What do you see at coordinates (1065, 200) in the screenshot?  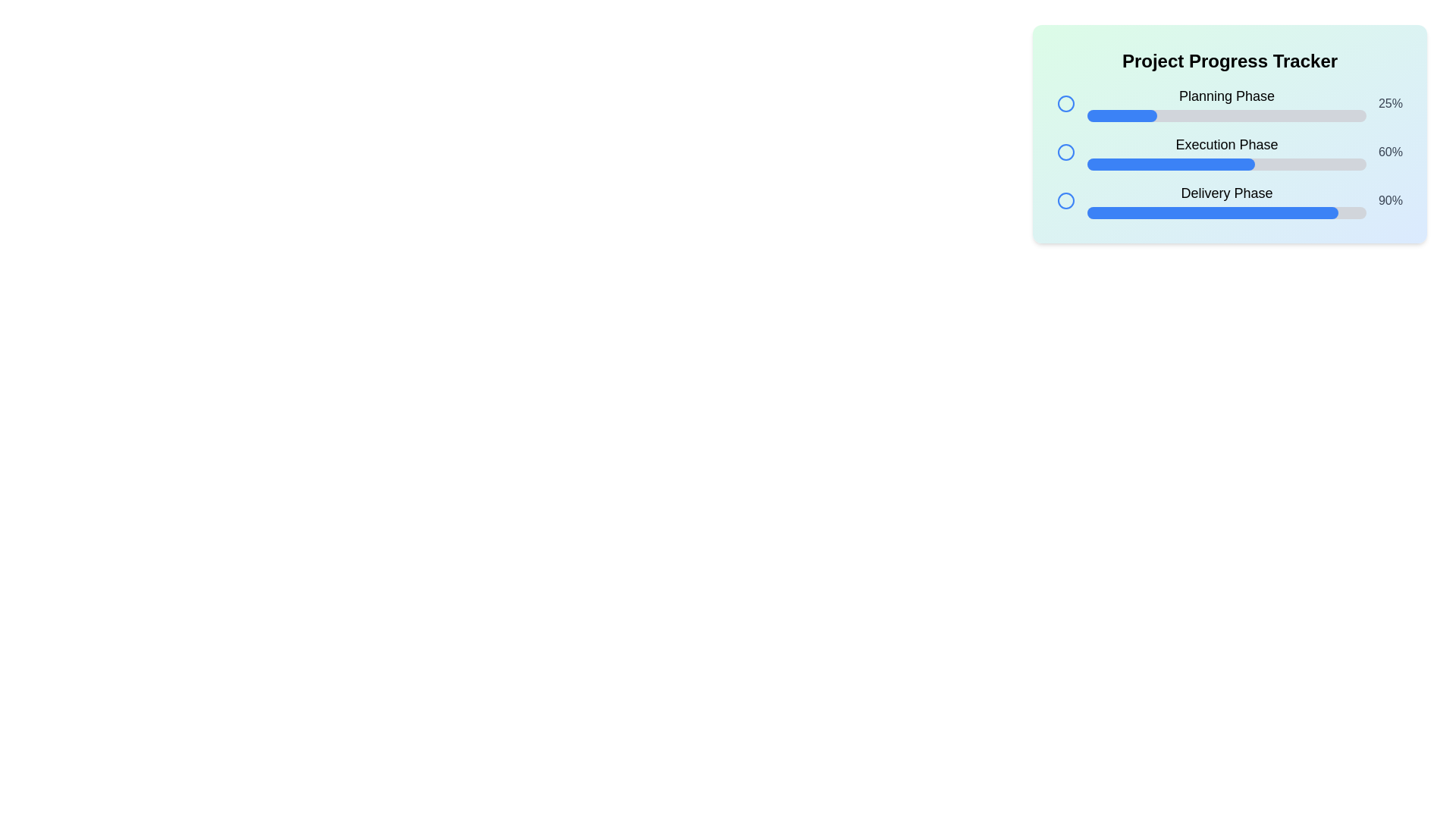 I see `the third circular graphical icon with a blue outline in the 'Project Progress Tracker', which represents the 'Delivery Phase'` at bounding box center [1065, 200].